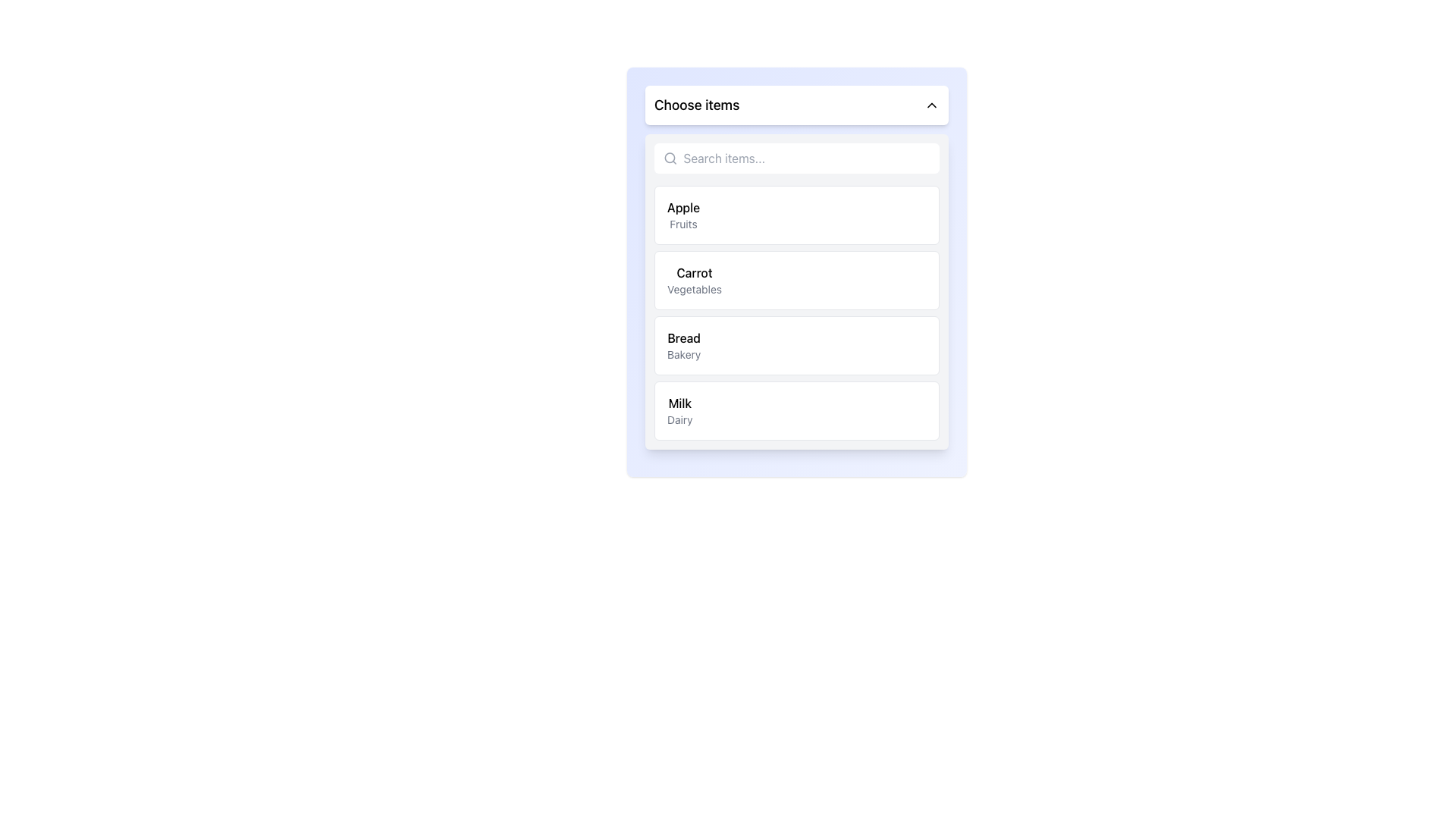 The height and width of the screenshot is (819, 1456). I want to click on keyboard navigation, so click(683, 337).